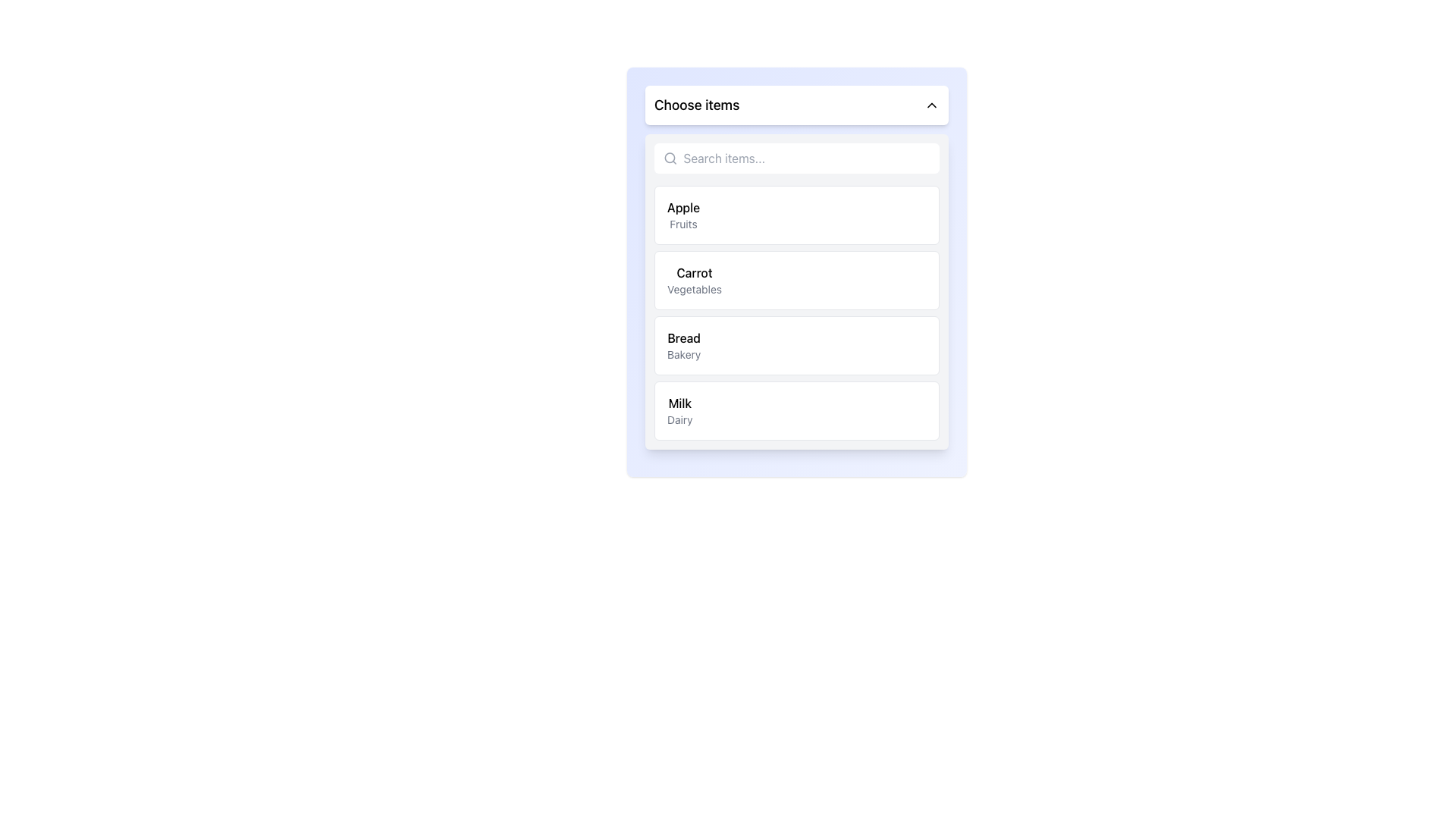 The height and width of the screenshot is (819, 1456). I want to click on keyboard navigation, so click(683, 337).